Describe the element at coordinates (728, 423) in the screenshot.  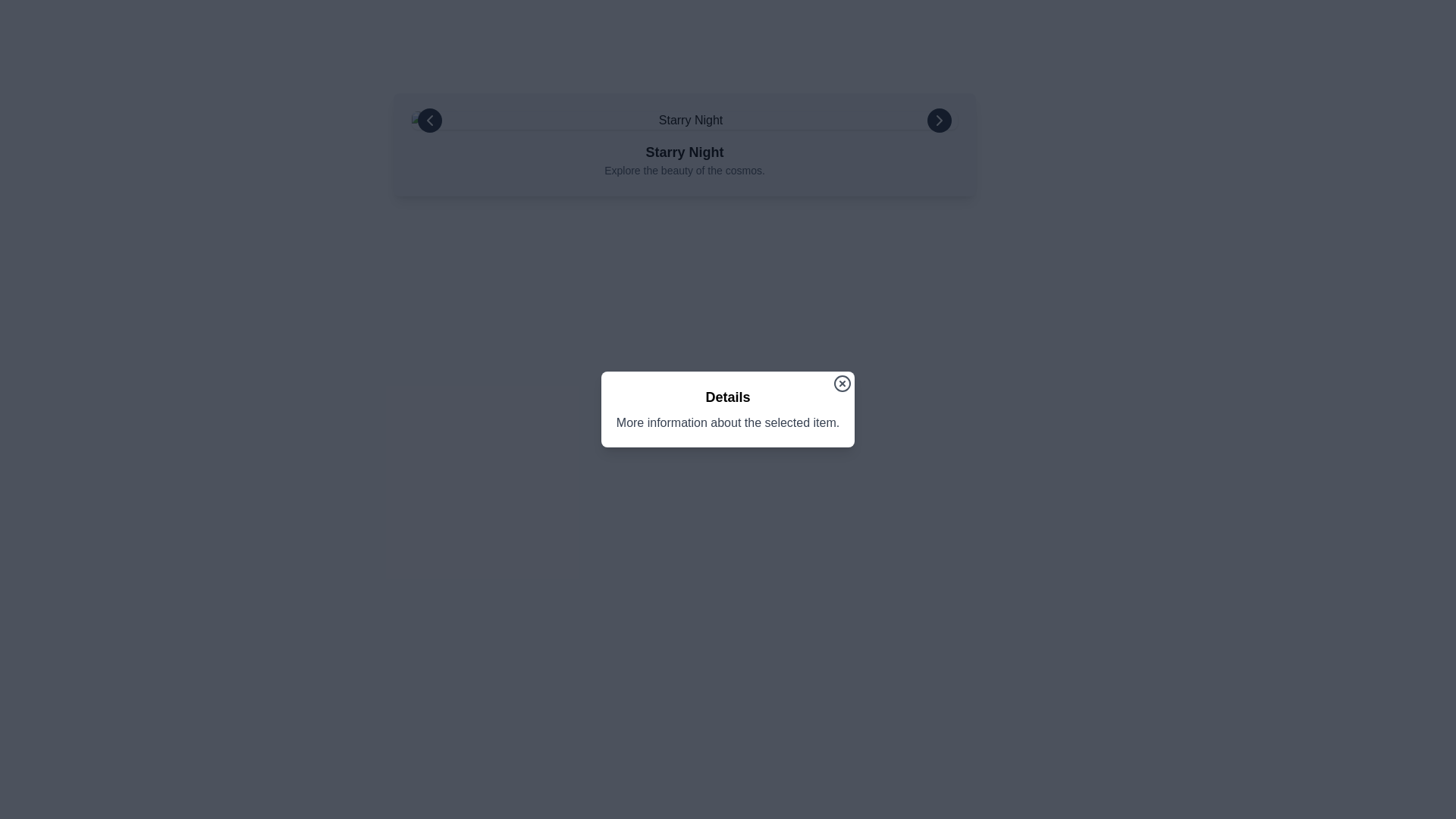
I see `the text label displaying 'More information about the selected item.' which is positioned below the title 'Details' in a modal card` at that location.